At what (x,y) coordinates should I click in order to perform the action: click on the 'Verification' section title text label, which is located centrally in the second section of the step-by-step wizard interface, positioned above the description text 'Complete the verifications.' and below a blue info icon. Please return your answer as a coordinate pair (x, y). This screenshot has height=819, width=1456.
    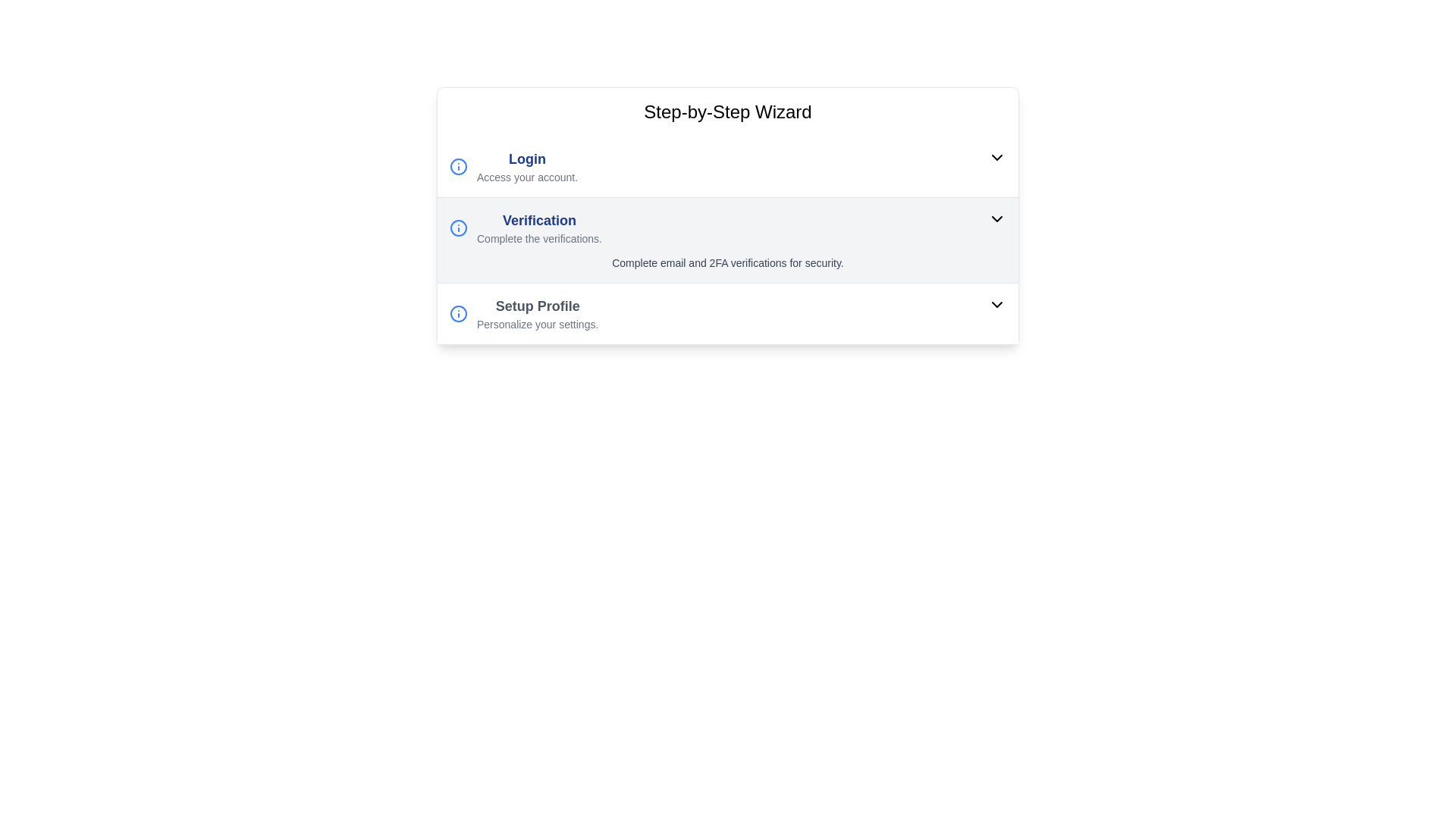
    Looking at the image, I should click on (539, 220).